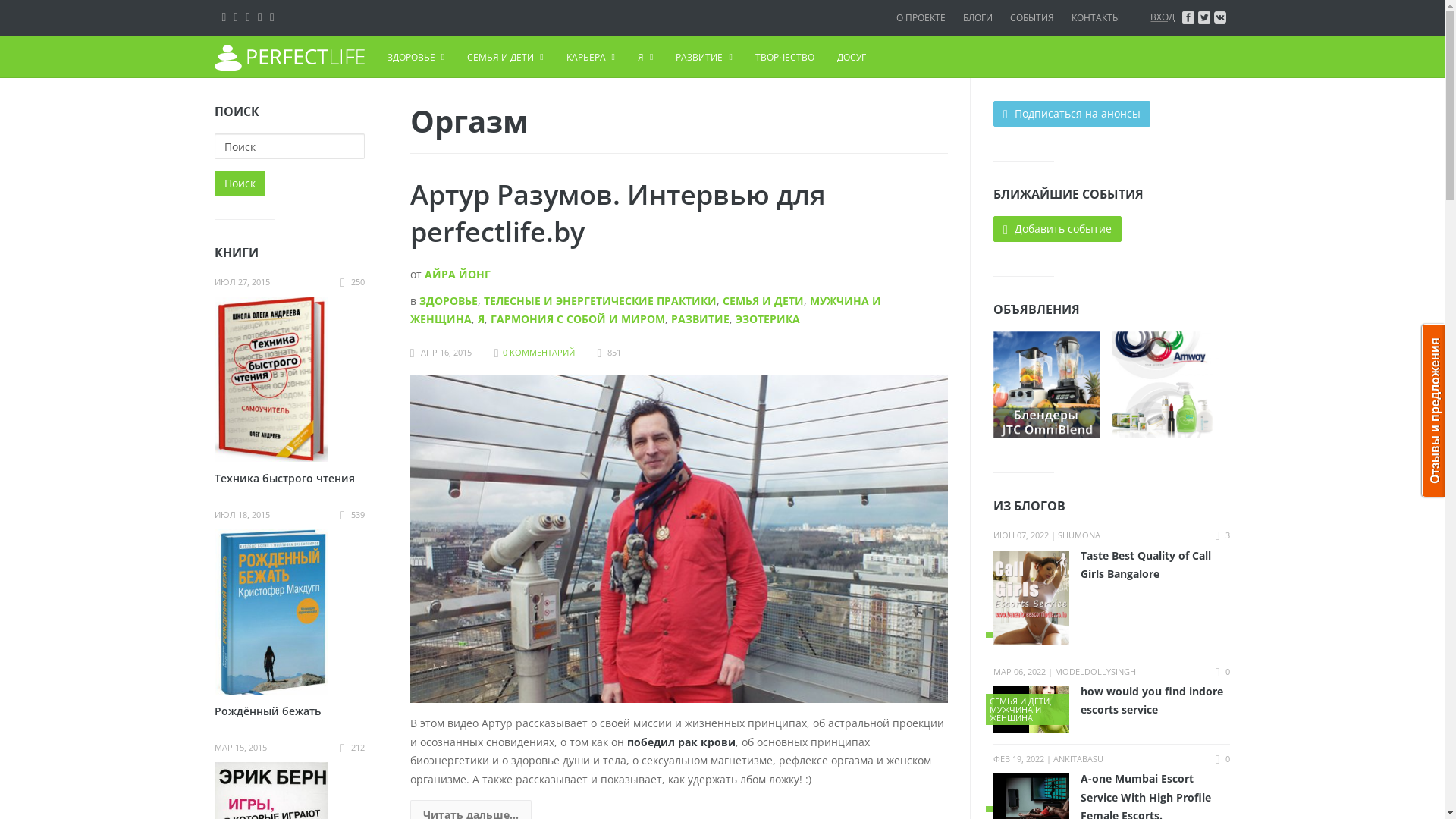  I want to click on 'Taste Best Quality of Call Girls Bangalore', so click(1112, 564).